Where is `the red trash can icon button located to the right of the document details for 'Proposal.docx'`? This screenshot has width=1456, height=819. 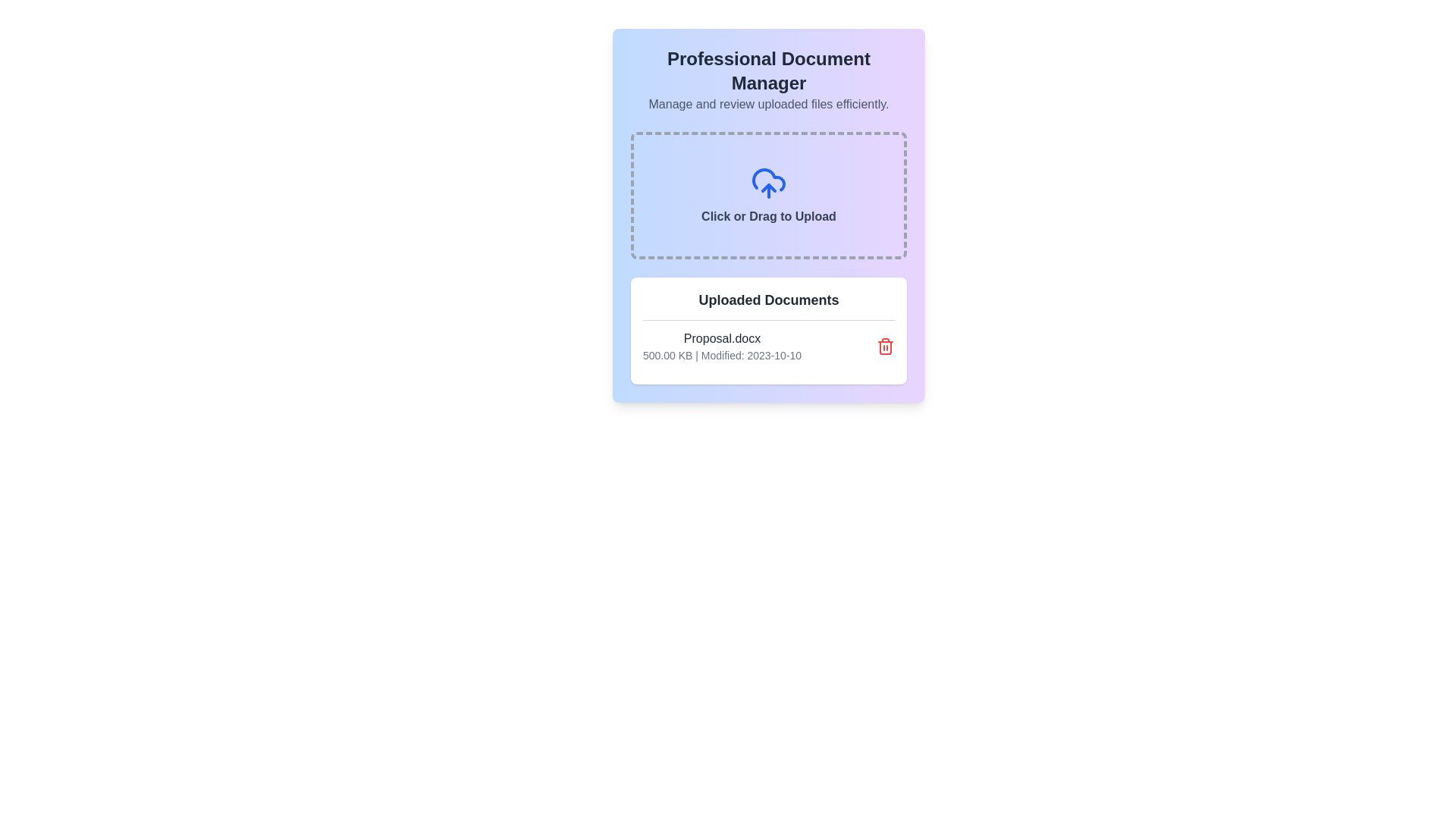 the red trash can icon button located to the right of the document details for 'Proposal.docx' is located at coordinates (885, 346).